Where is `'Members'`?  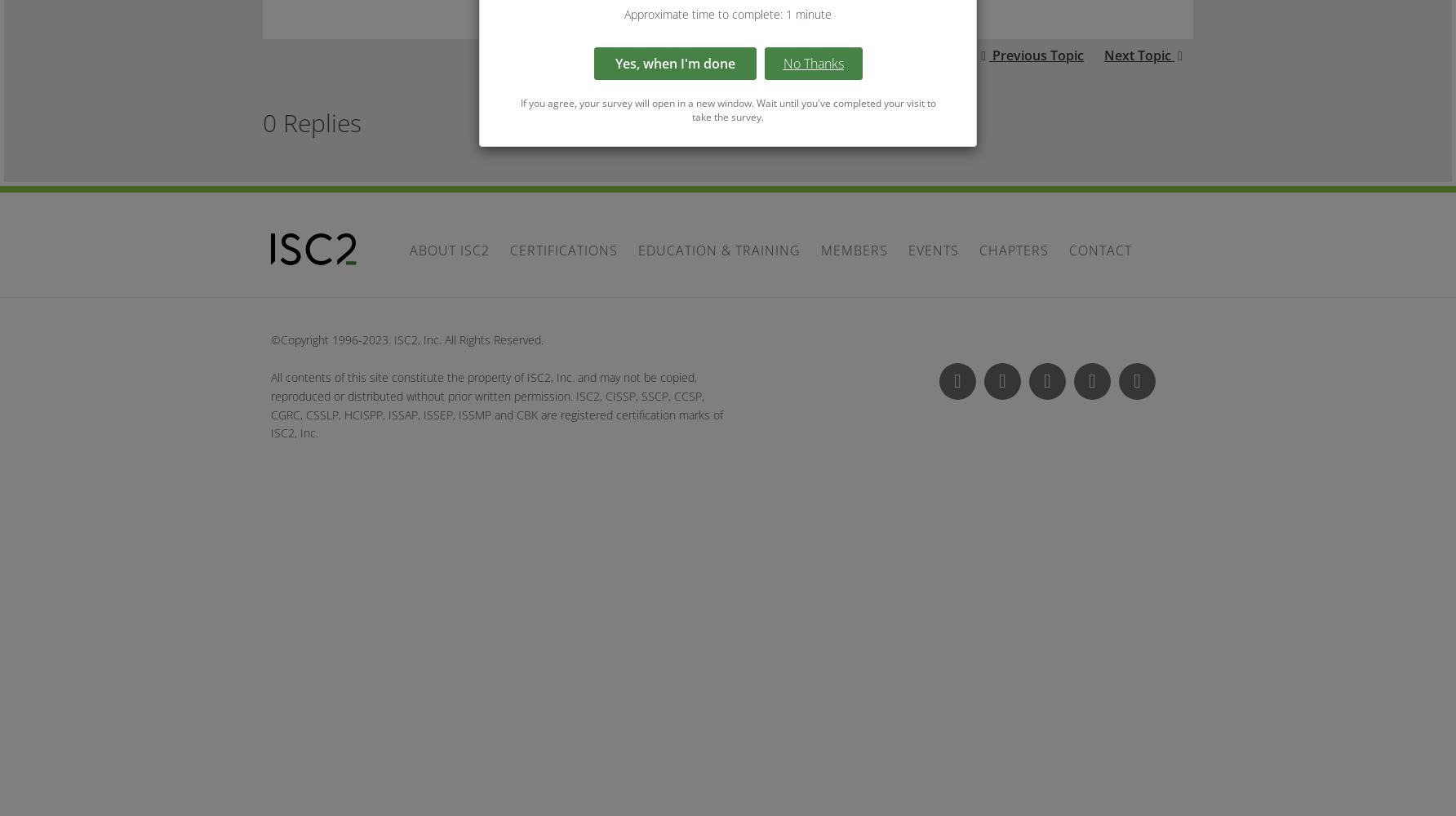 'Members' is located at coordinates (854, 251).